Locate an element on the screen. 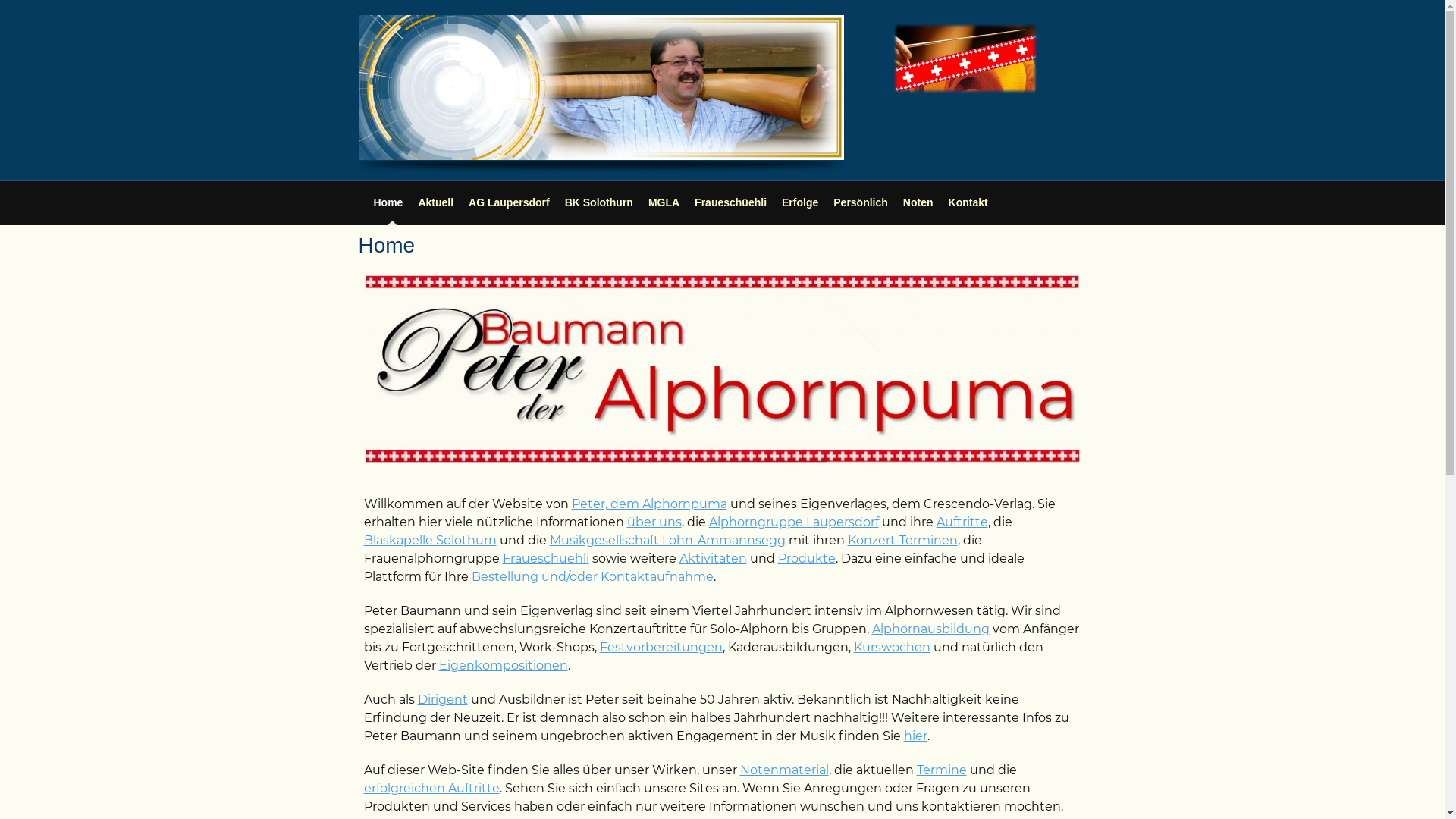 Image resolution: width=1456 pixels, height=819 pixels. 'Erfolge' is located at coordinates (782, 201).